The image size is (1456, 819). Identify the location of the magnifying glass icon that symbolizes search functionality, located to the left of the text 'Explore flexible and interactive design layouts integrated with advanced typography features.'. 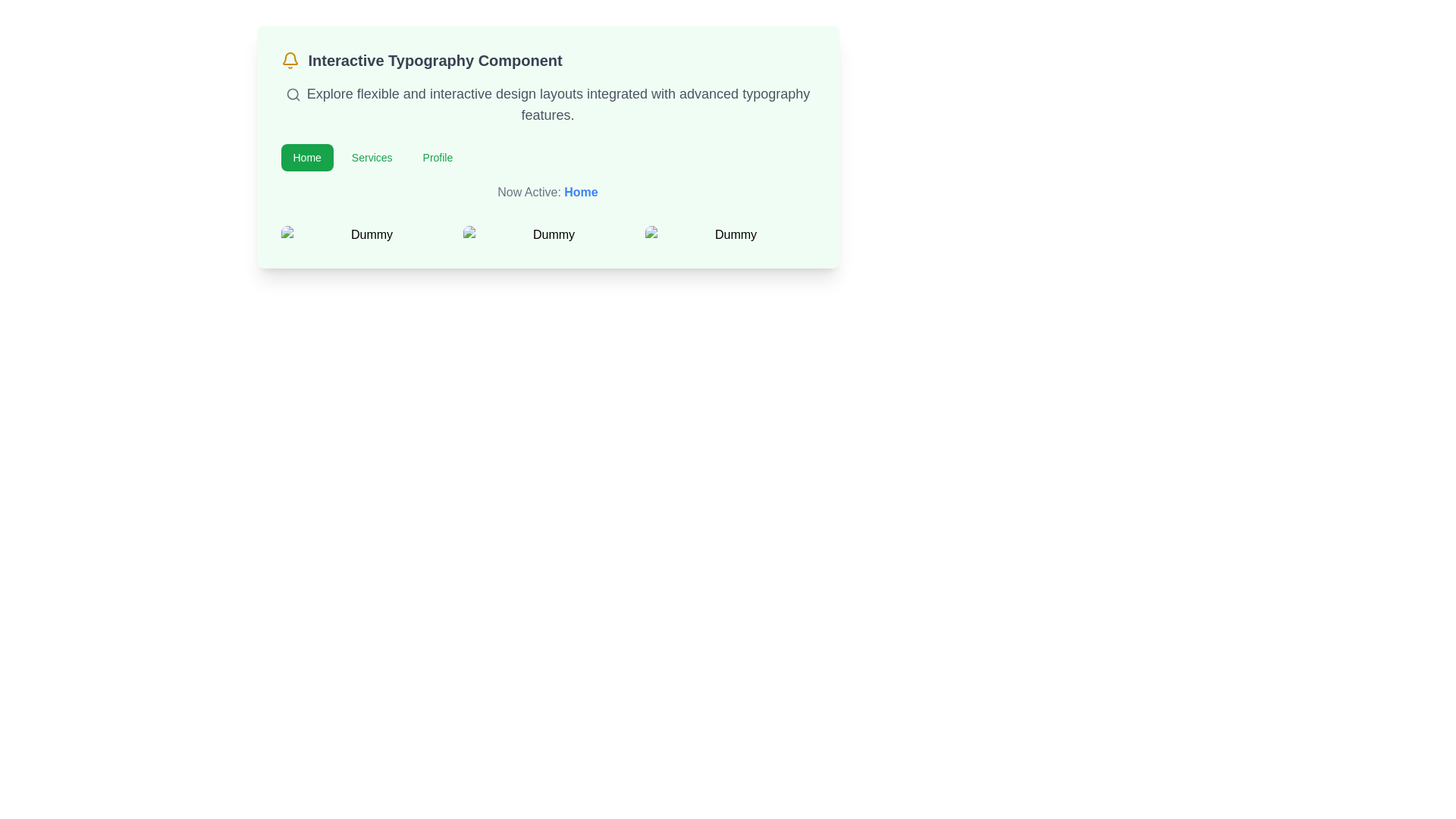
(293, 95).